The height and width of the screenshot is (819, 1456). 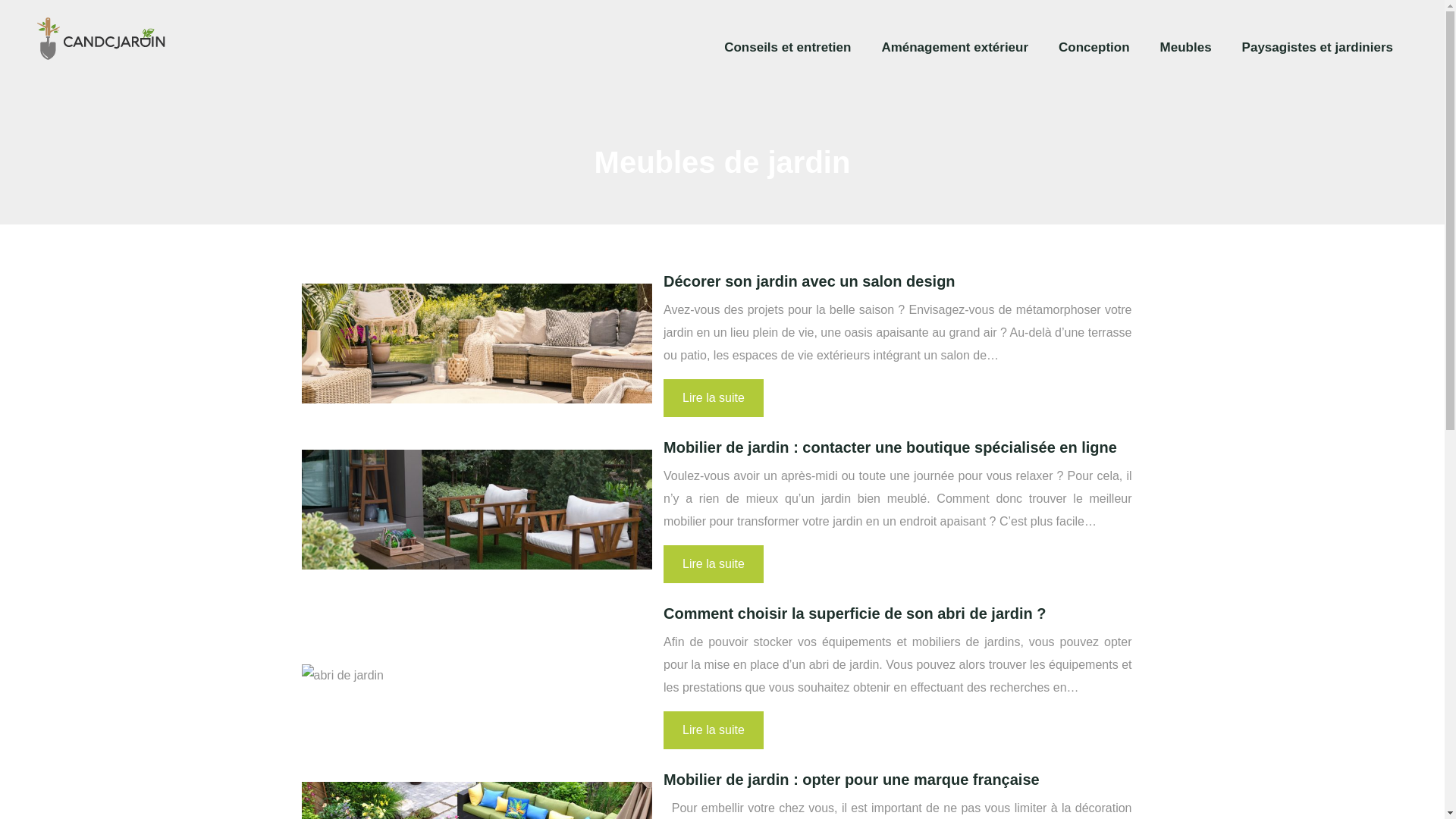 I want to click on 'Conseils et entretien', so click(x=787, y=46).